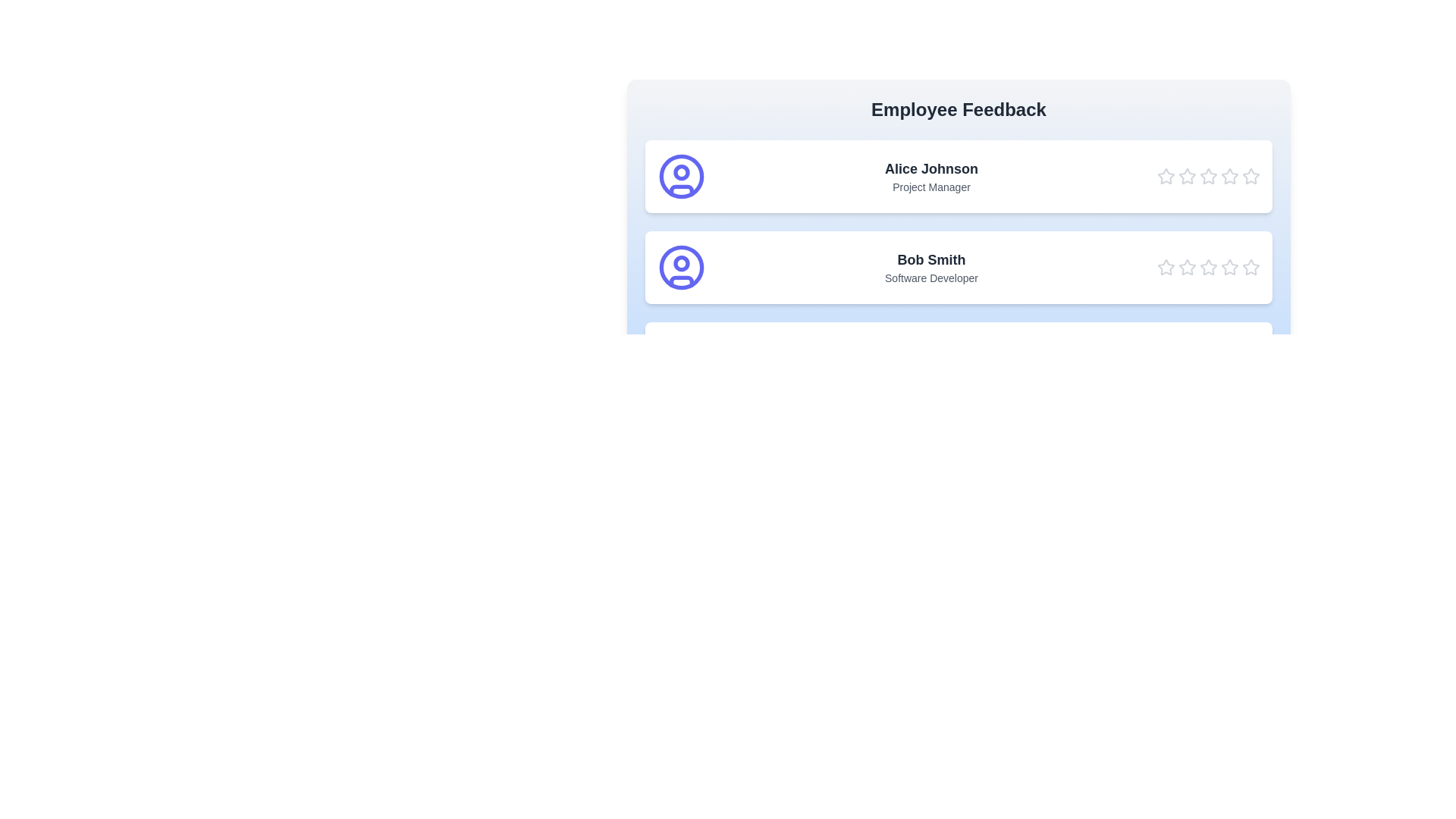 This screenshot has width=1456, height=819. What do you see at coordinates (1165, 267) in the screenshot?
I see `the star corresponding to 1 stars for the employee Bob Smith` at bounding box center [1165, 267].